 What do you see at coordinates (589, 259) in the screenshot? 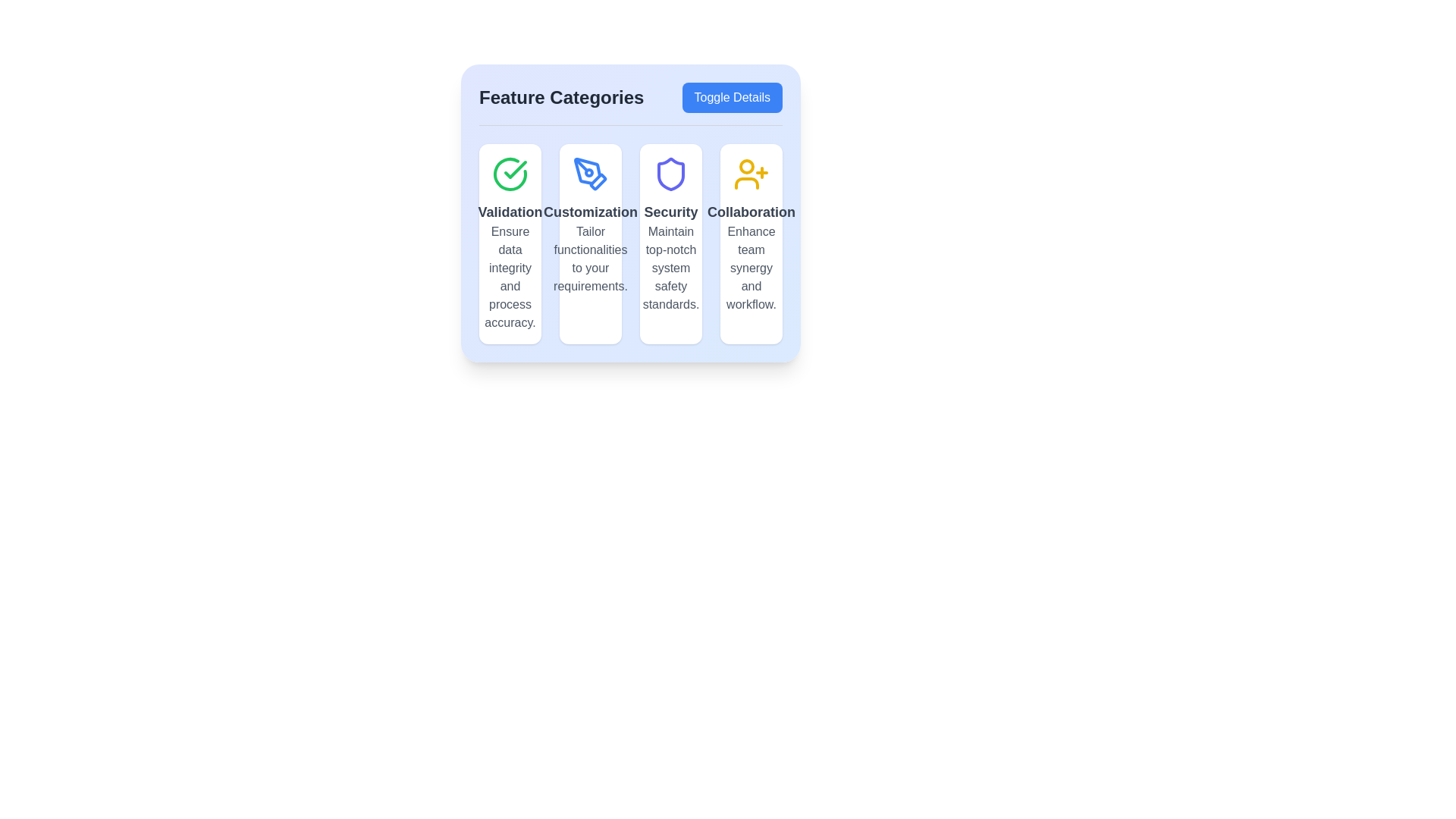
I see `the text label stating 'Tailor functionalities to your requirements.' which is styled in gray and located beneath the 'Customization' heading` at bounding box center [589, 259].